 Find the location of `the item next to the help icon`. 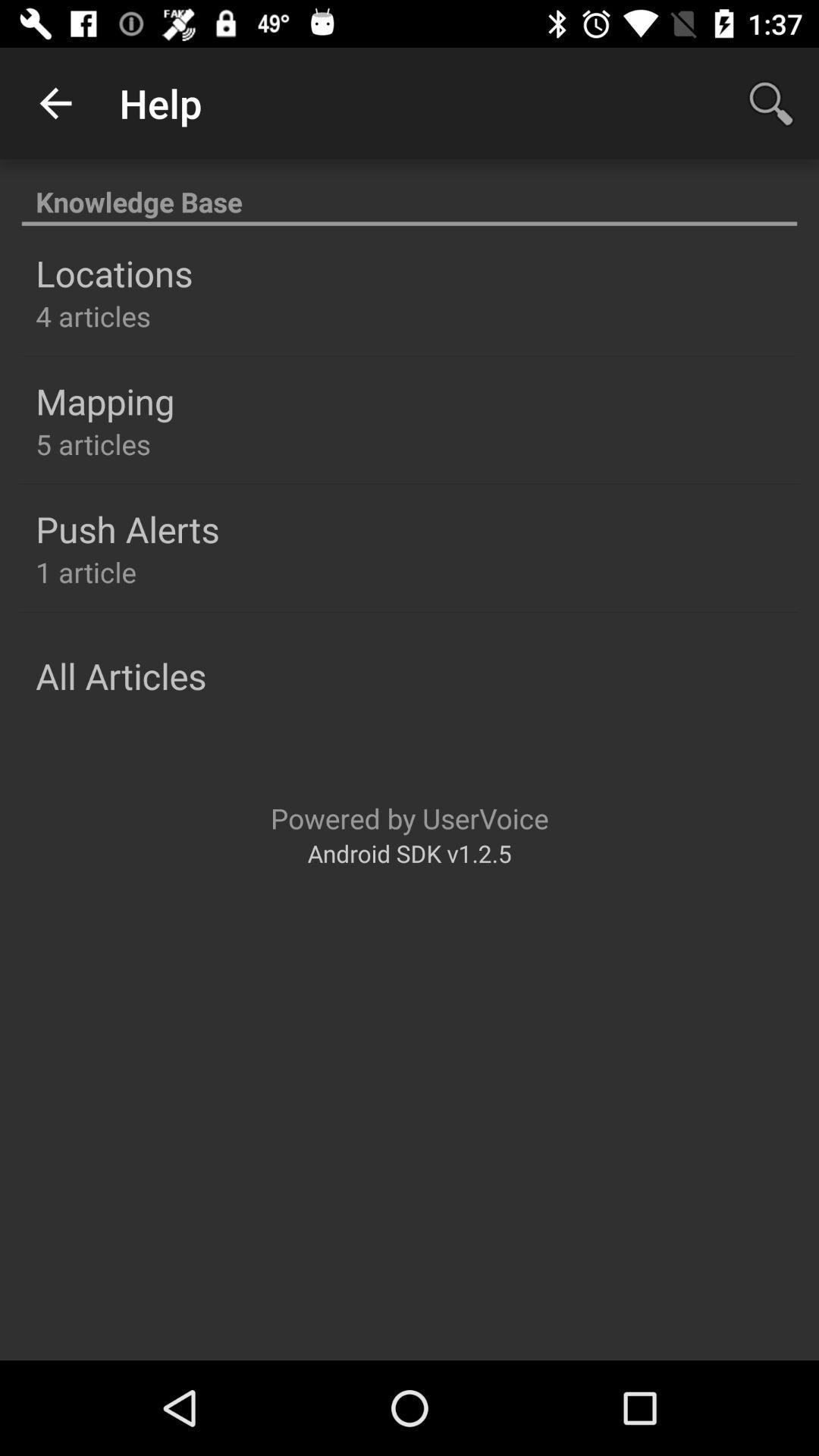

the item next to the help icon is located at coordinates (55, 102).